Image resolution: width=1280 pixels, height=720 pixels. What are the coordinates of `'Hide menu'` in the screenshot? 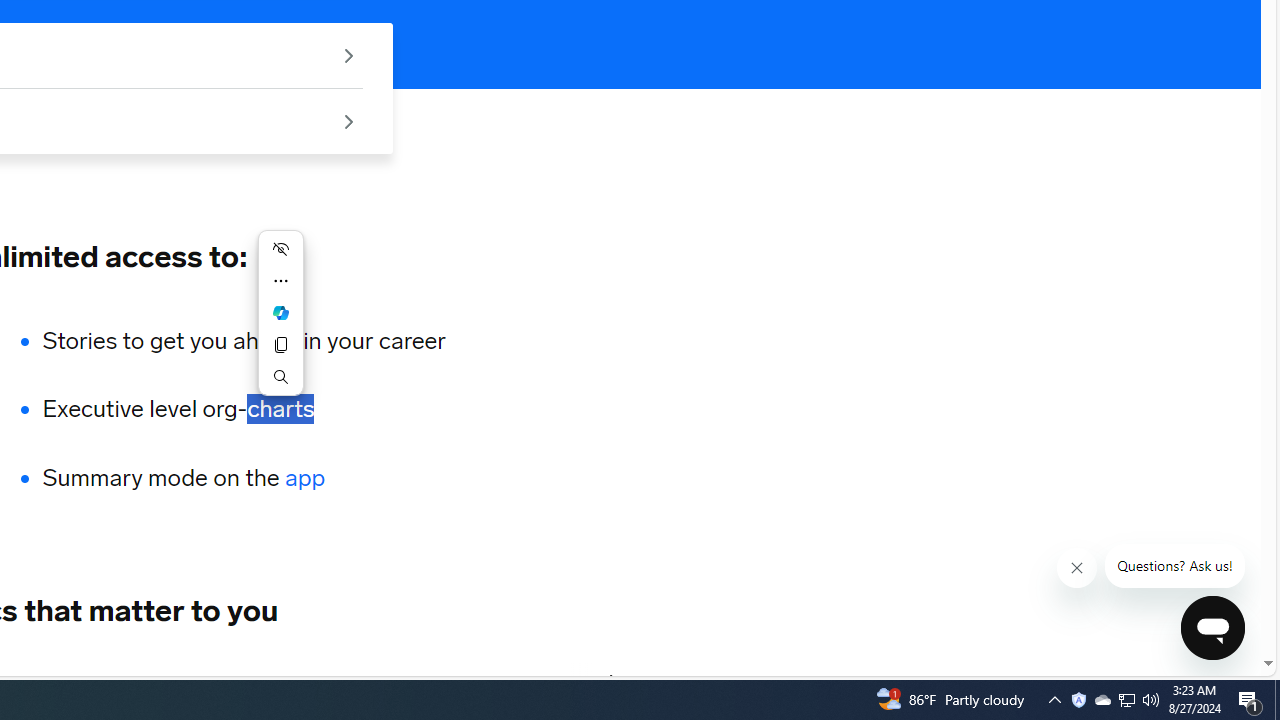 It's located at (279, 248).